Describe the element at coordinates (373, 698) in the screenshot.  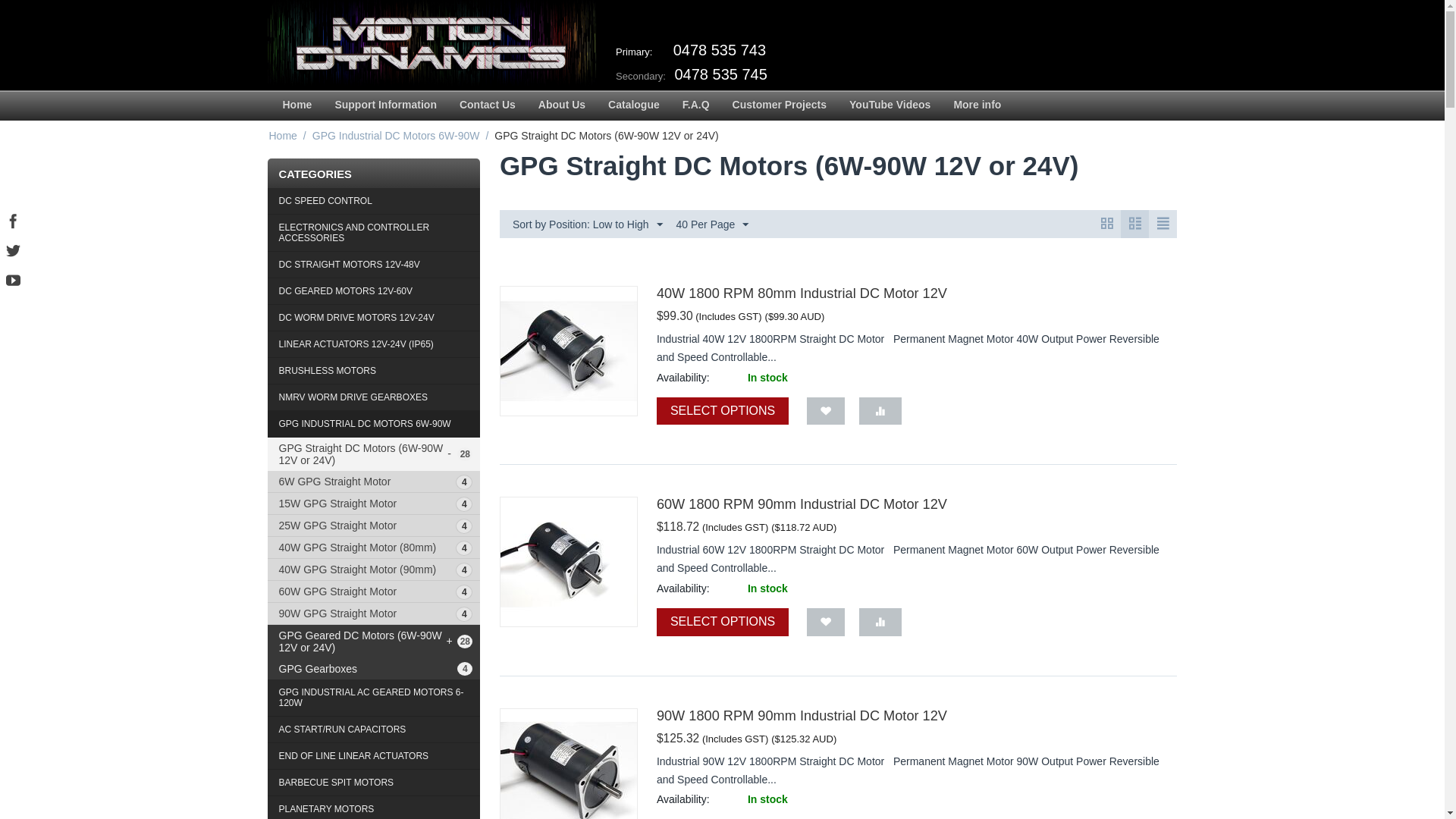
I see `'GPG INDUSTRIAL AC GEARED MOTORS 6-120W'` at that location.